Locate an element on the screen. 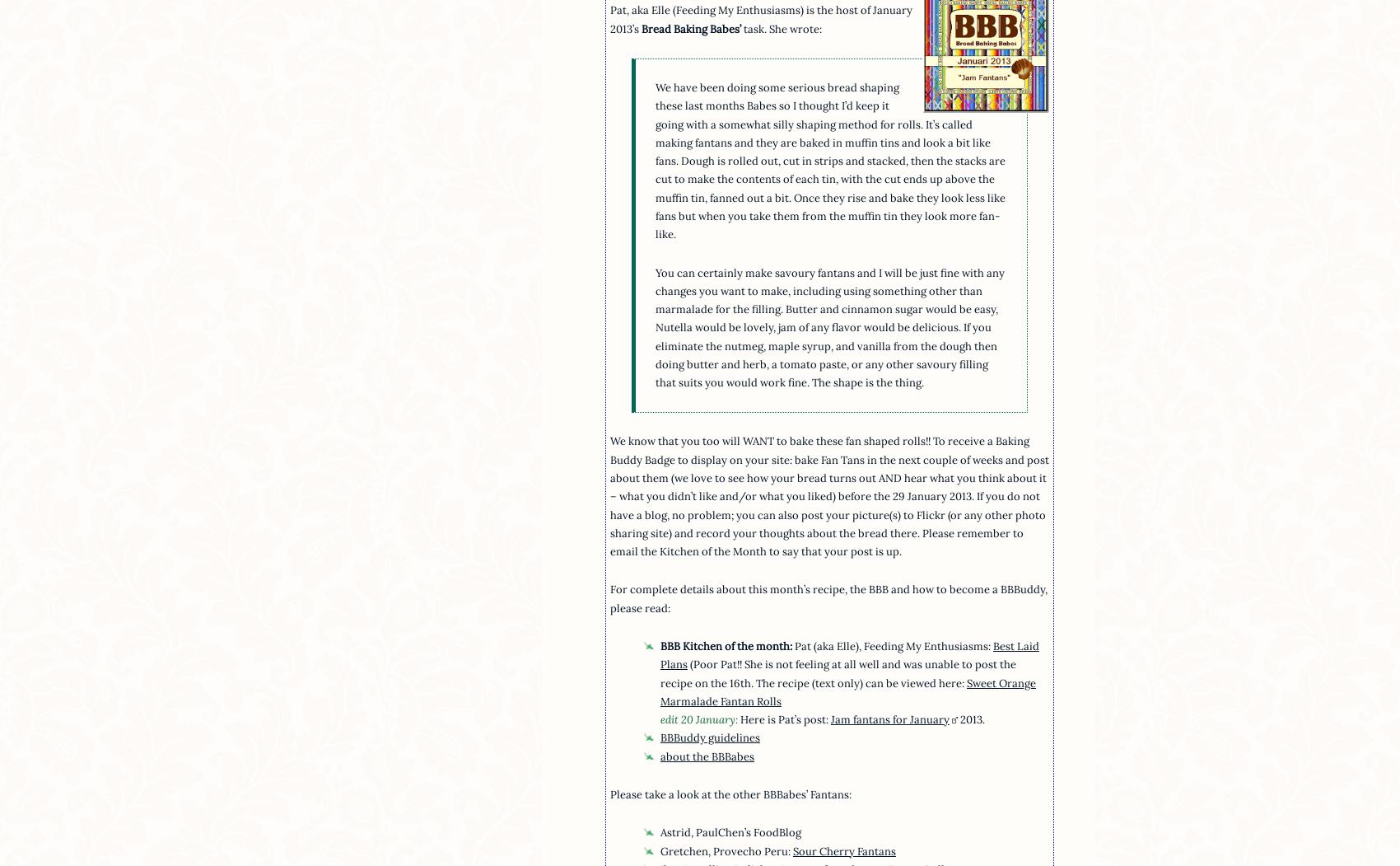  'Please take a look at the other BBBabes’ Fantans:' is located at coordinates (730, 793).